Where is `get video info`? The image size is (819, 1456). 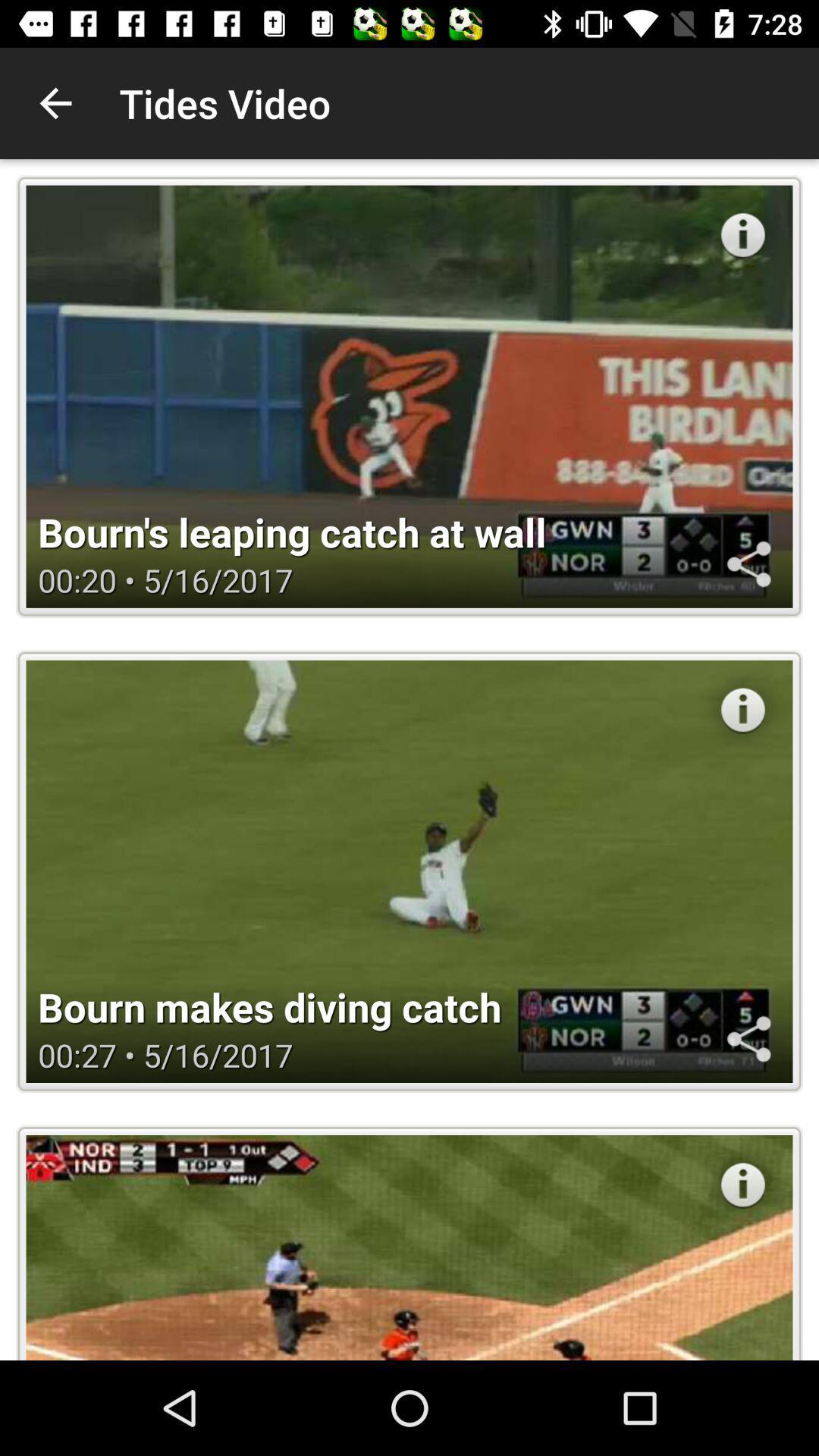 get video info is located at coordinates (742, 709).